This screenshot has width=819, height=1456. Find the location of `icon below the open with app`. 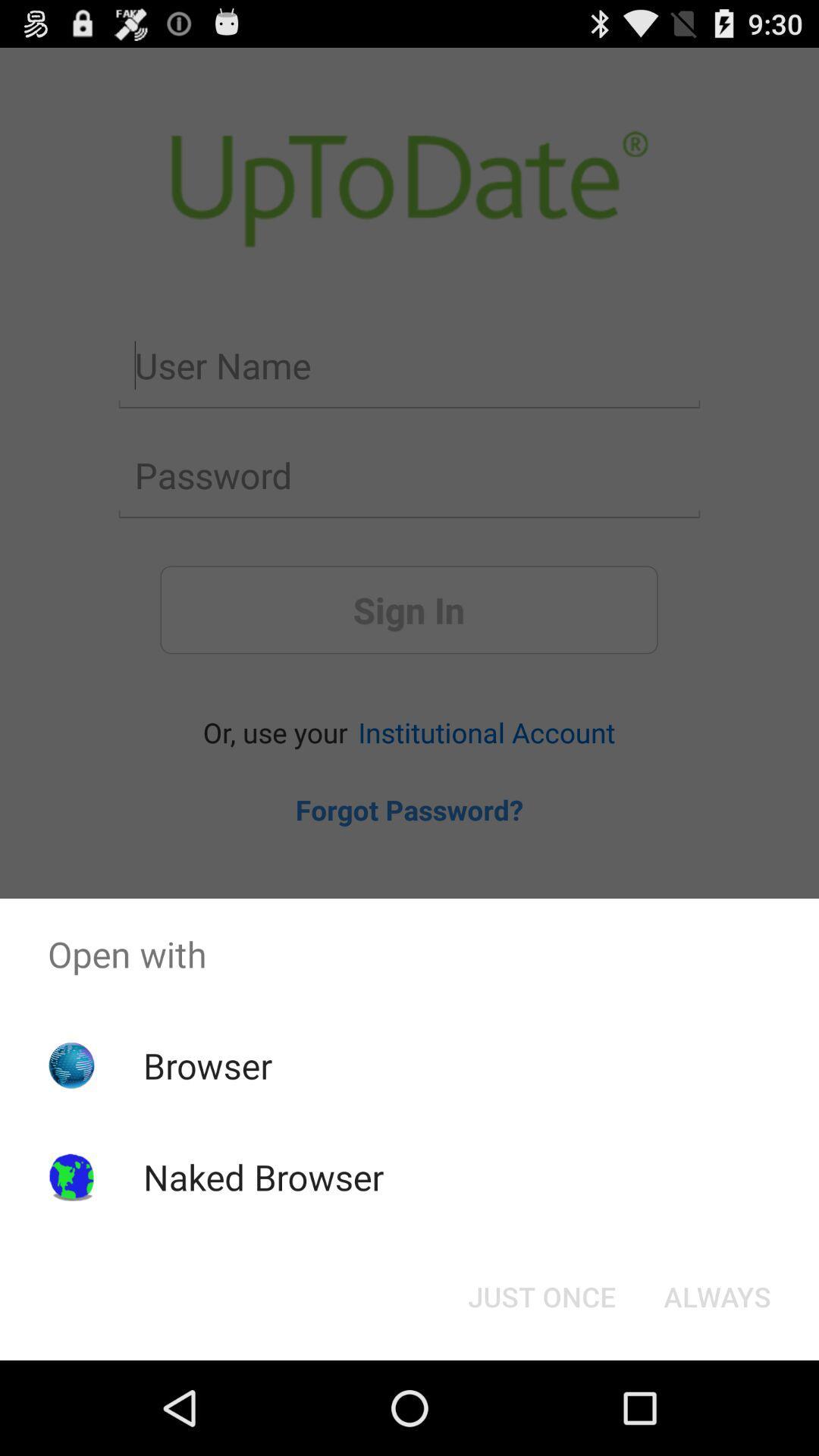

icon below the open with app is located at coordinates (541, 1295).